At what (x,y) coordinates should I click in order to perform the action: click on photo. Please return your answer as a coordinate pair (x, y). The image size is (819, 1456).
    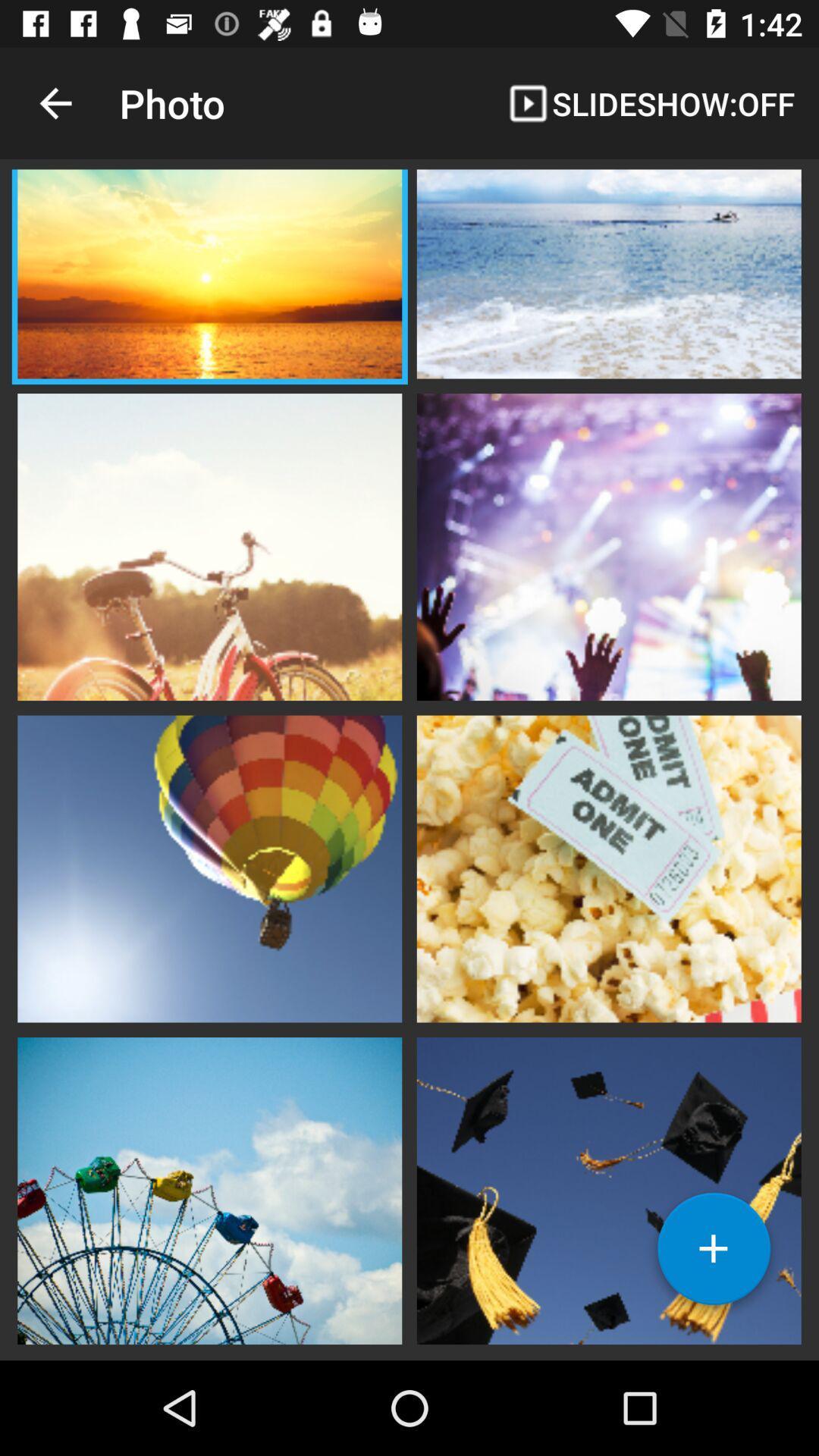
    Looking at the image, I should click on (209, 1188).